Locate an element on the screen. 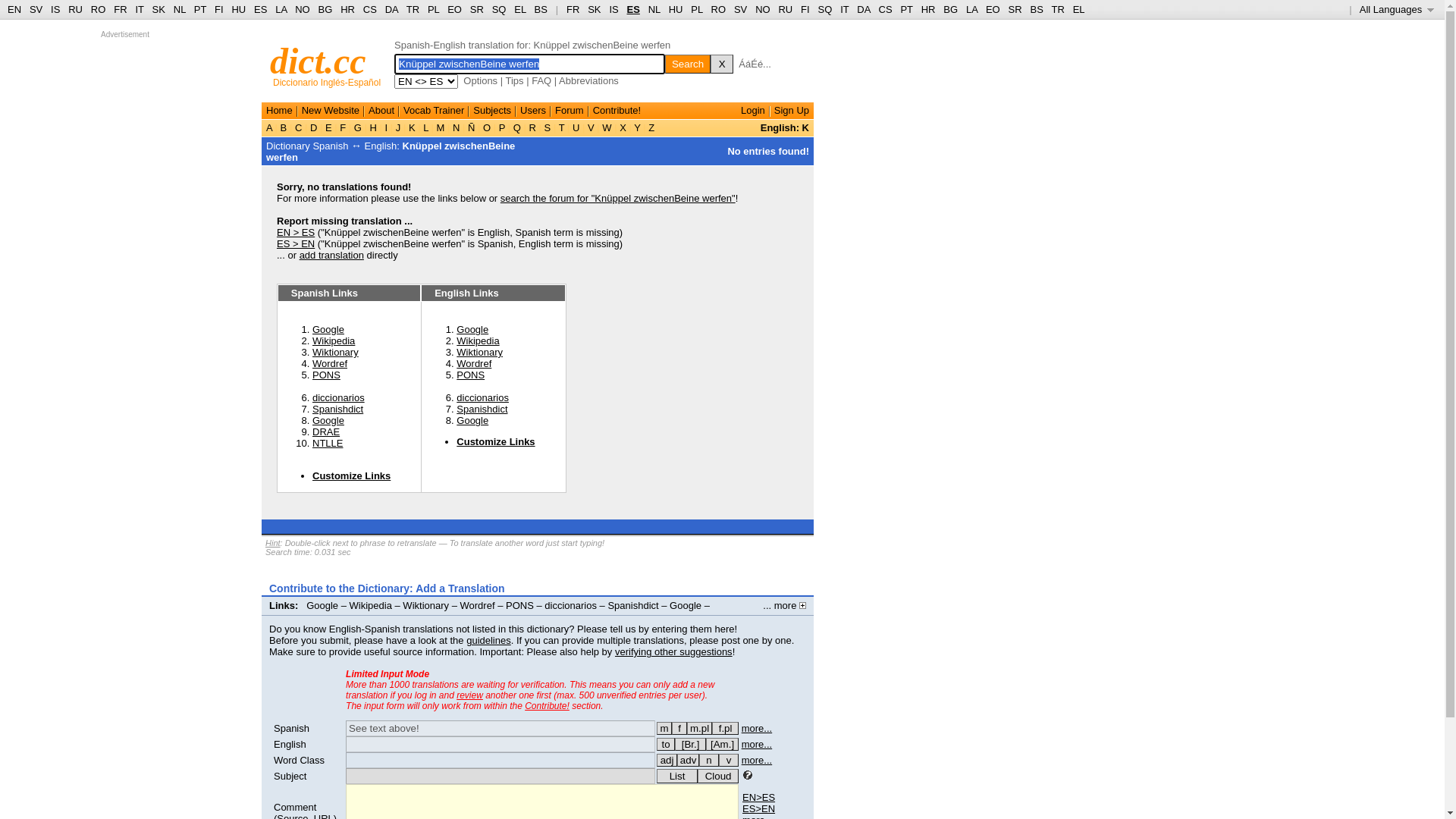 The height and width of the screenshot is (819, 1456). 'Wikipedia' is located at coordinates (455, 340).